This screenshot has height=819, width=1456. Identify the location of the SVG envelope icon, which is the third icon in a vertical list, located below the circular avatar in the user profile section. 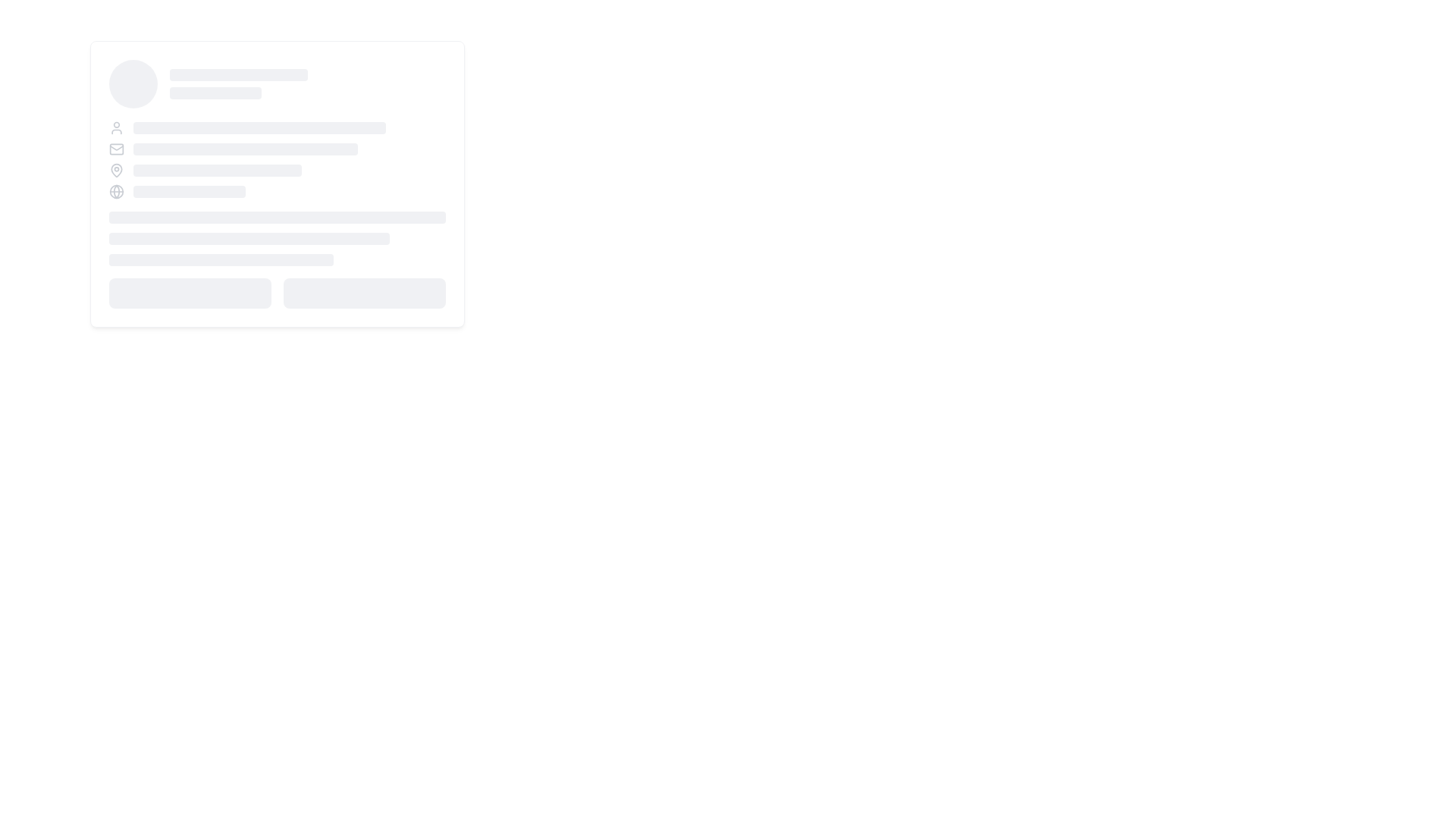
(115, 148).